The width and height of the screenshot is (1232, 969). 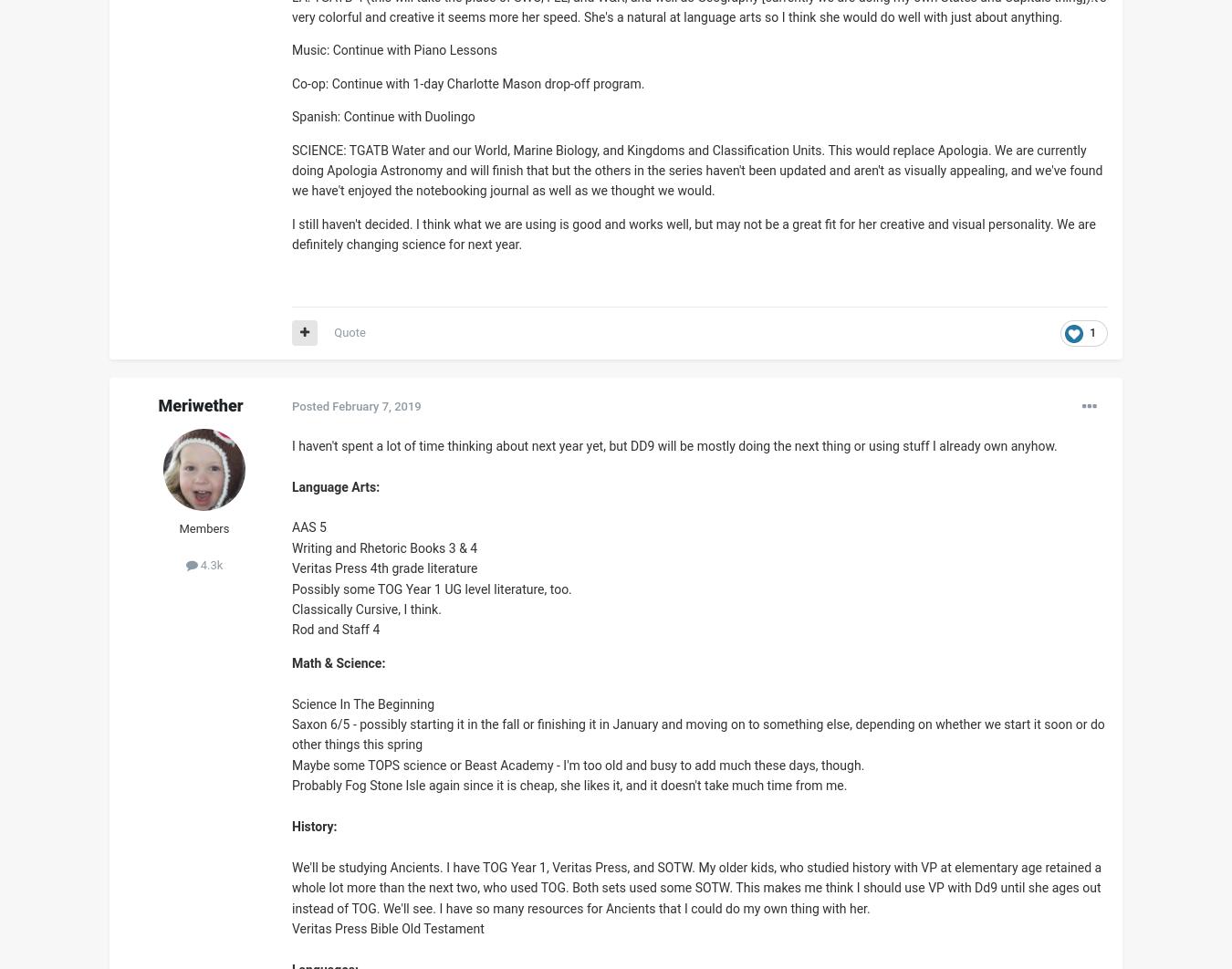 What do you see at coordinates (394, 50) in the screenshot?
I see `'Music: Continue with Piano Lessons'` at bounding box center [394, 50].